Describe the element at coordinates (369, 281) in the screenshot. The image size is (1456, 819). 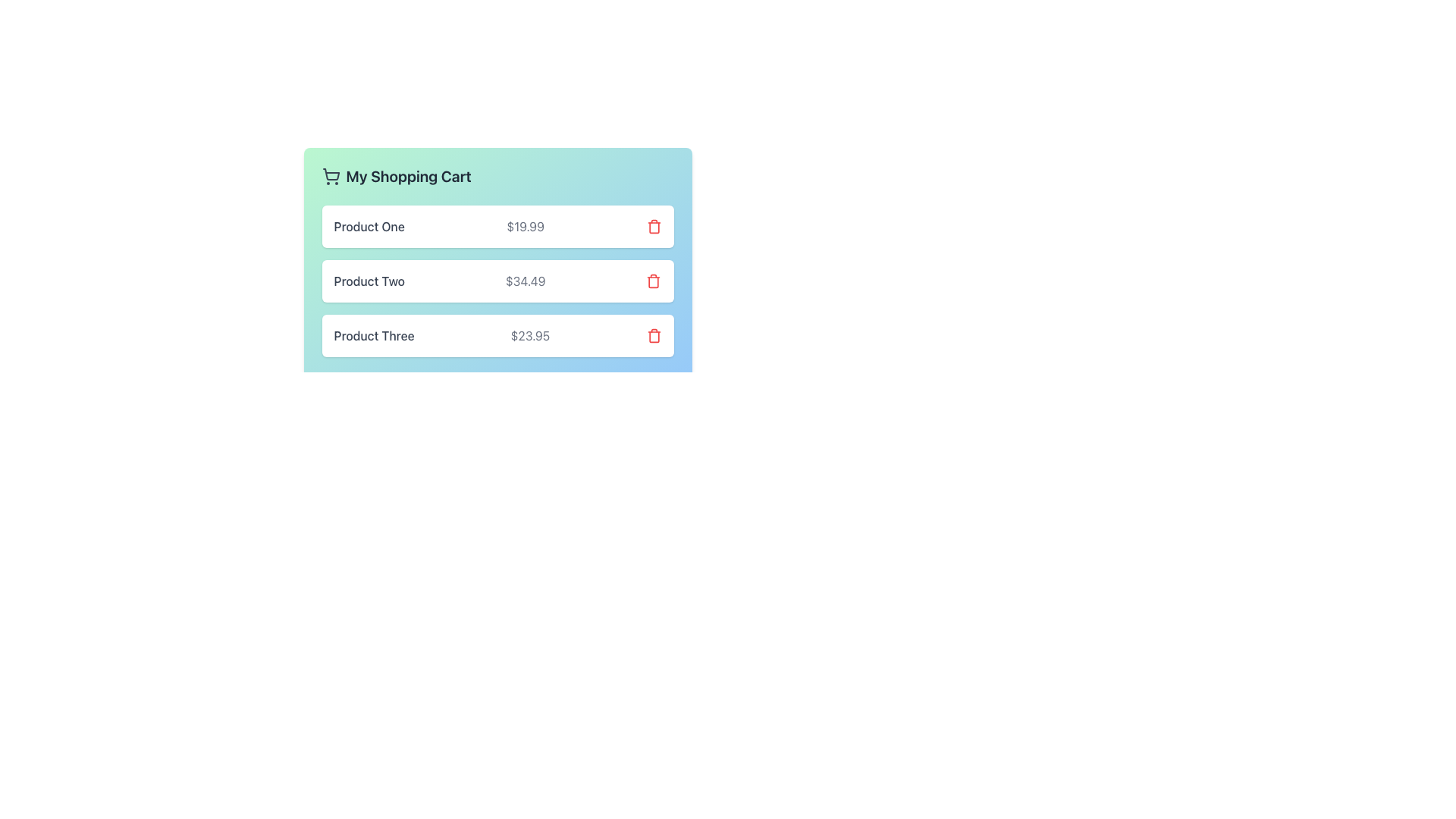
I see `the text 'Product Two' displayed in a medium-sized gray font, located in the second row of the shopping cart list next to the price '$34.49'` at that location.